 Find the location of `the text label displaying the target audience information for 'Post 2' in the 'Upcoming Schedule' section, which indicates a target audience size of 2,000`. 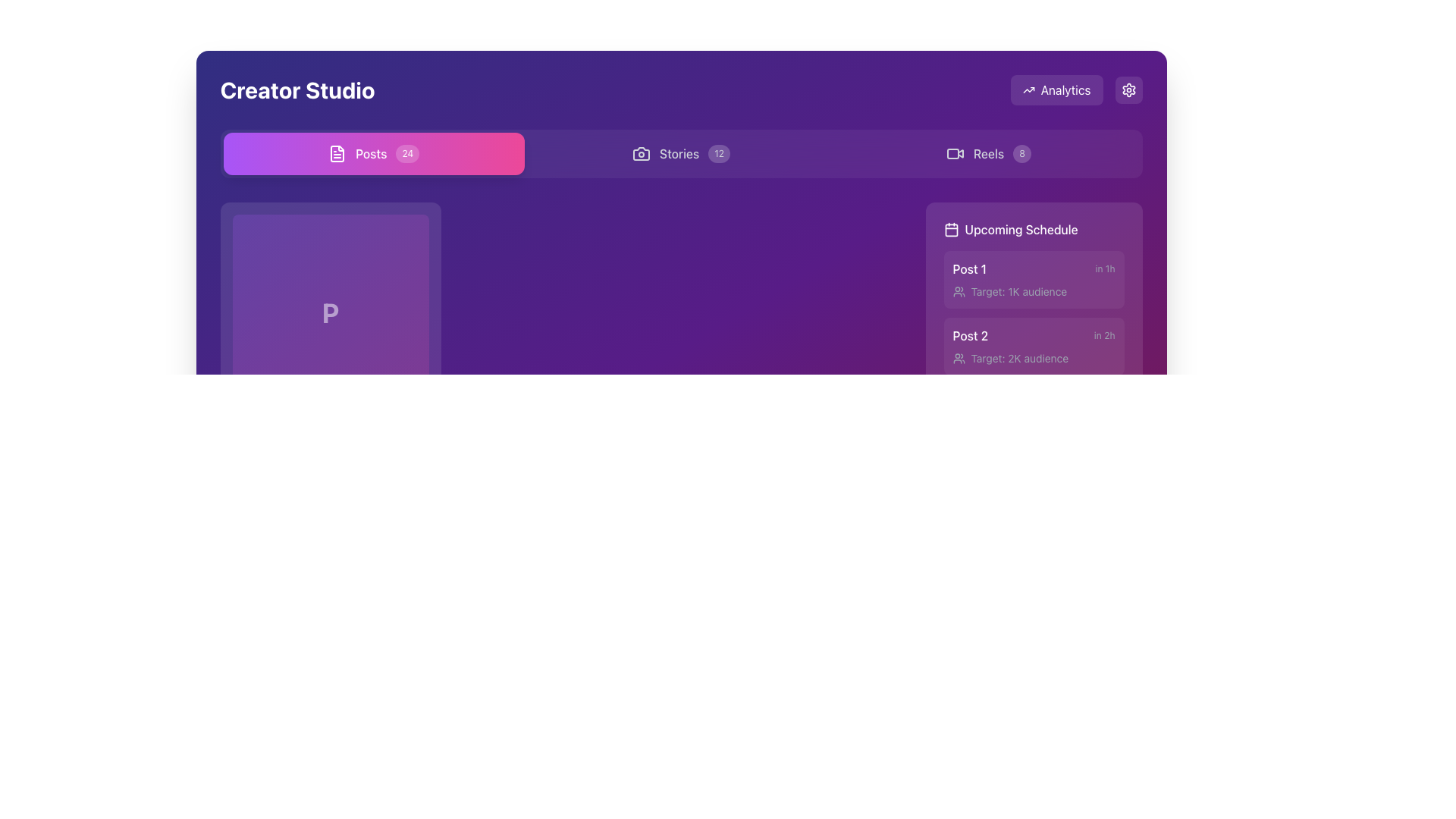

the text label displaying the target audience information for 'Post 2' in the 'Upcoming Schedule' section, which indicates a target audience size of 2,000 is located at coordinates (1033, 359).